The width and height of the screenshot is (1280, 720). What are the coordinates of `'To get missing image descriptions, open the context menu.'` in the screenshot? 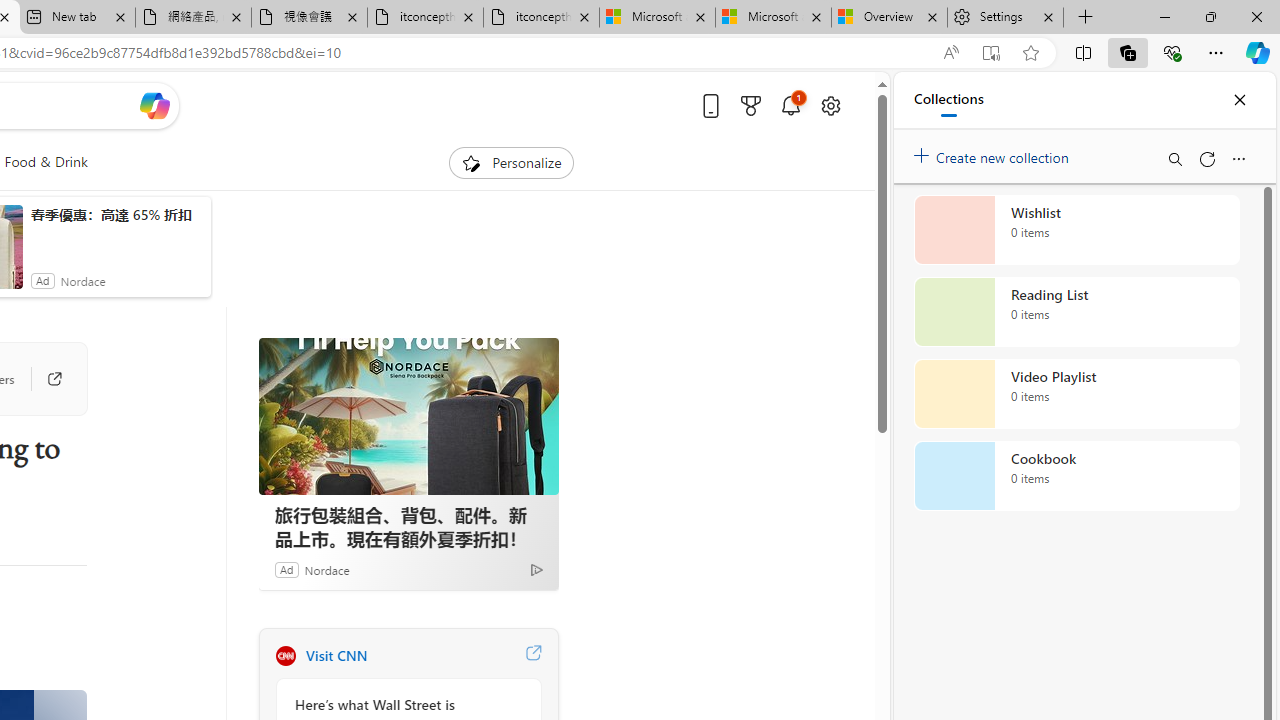 It's located at (470, 161).